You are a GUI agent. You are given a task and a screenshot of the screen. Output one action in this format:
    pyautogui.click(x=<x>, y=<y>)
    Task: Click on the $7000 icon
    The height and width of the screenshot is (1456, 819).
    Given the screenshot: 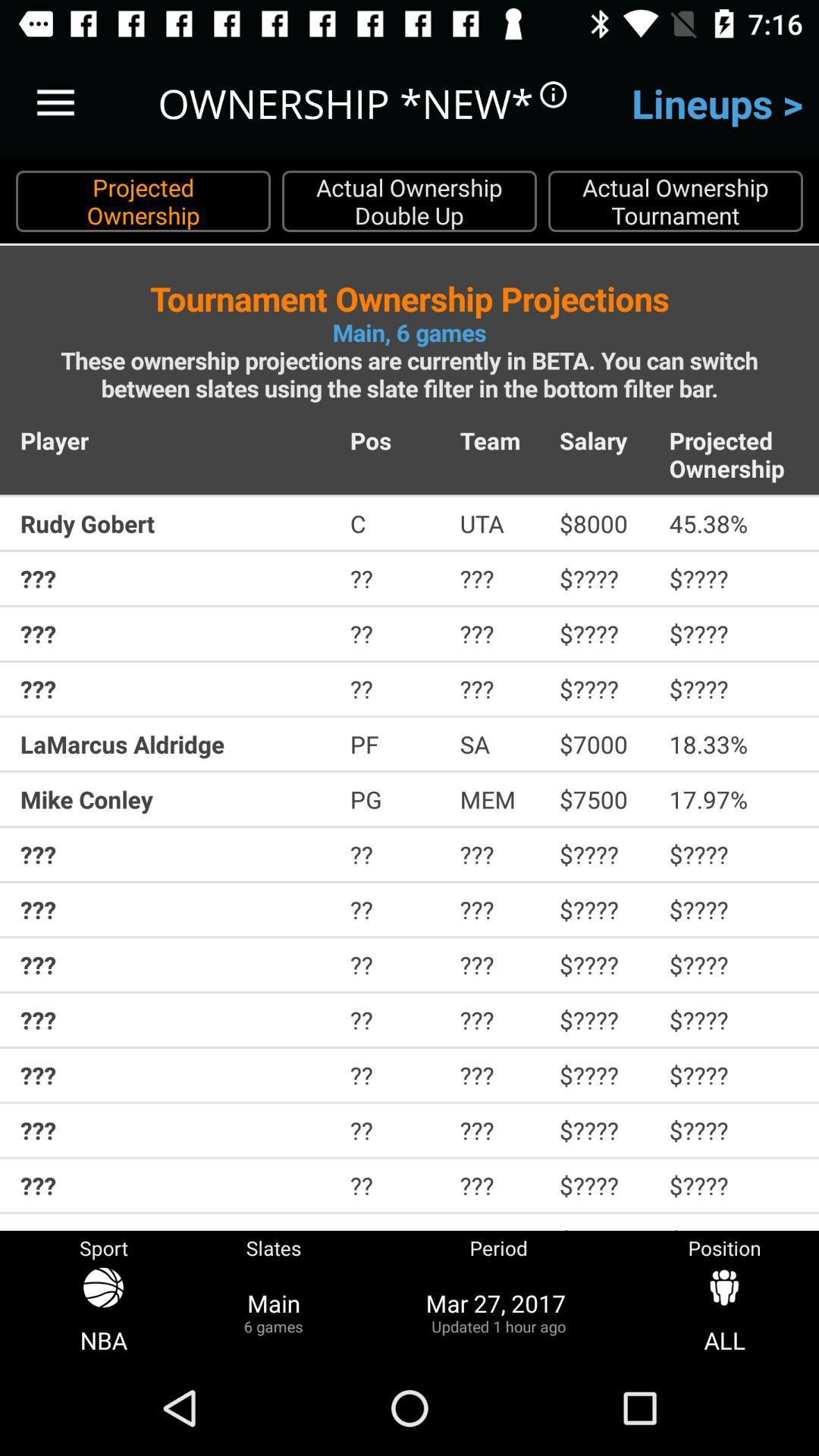 What is the action you would take?
    pyautogui.click(x=603, y=744)
    